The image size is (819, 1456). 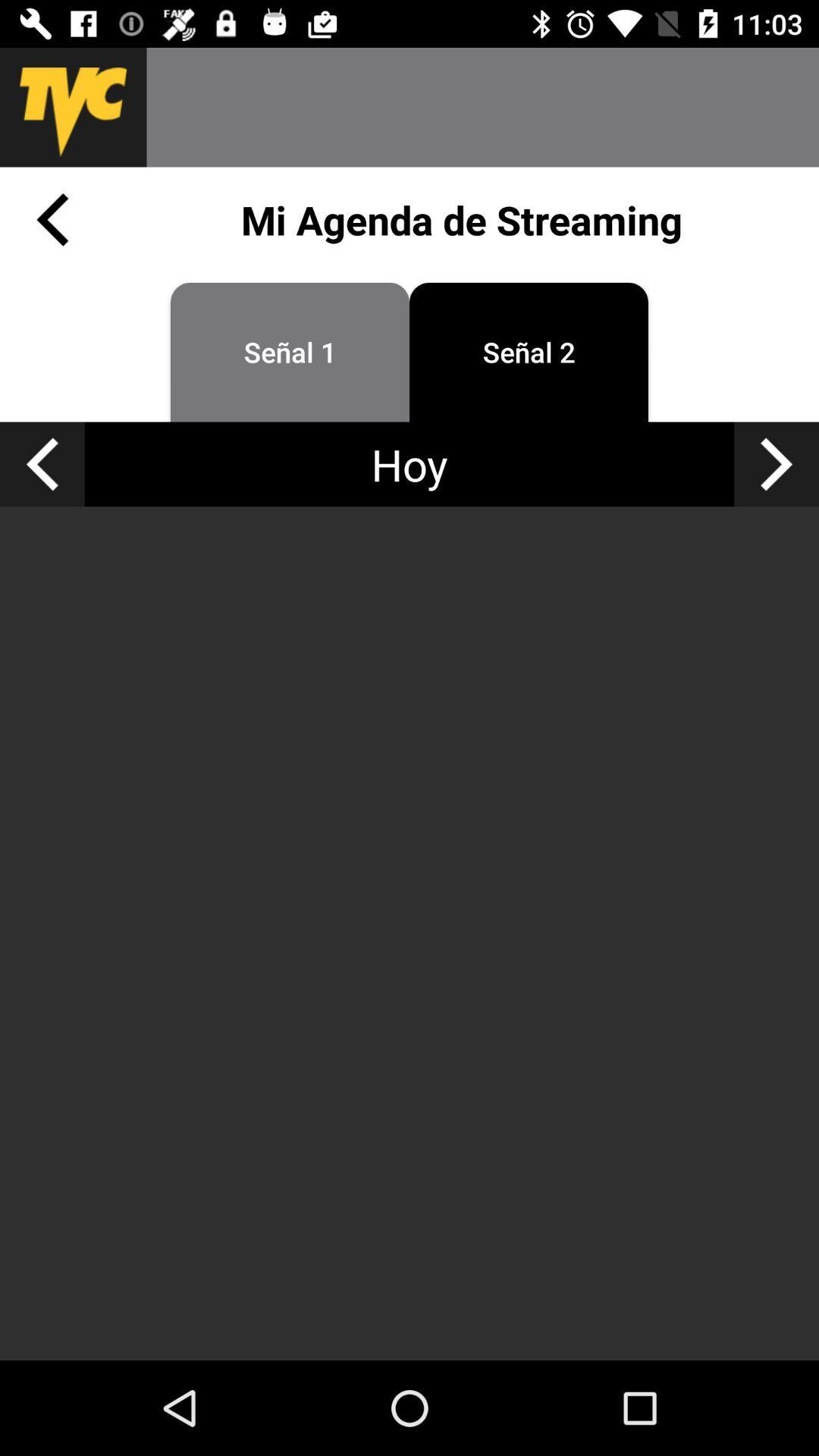 What do you see at coordinates (52, 218) in the screenshot?
I see `previous` at bounding box center [52, 218].